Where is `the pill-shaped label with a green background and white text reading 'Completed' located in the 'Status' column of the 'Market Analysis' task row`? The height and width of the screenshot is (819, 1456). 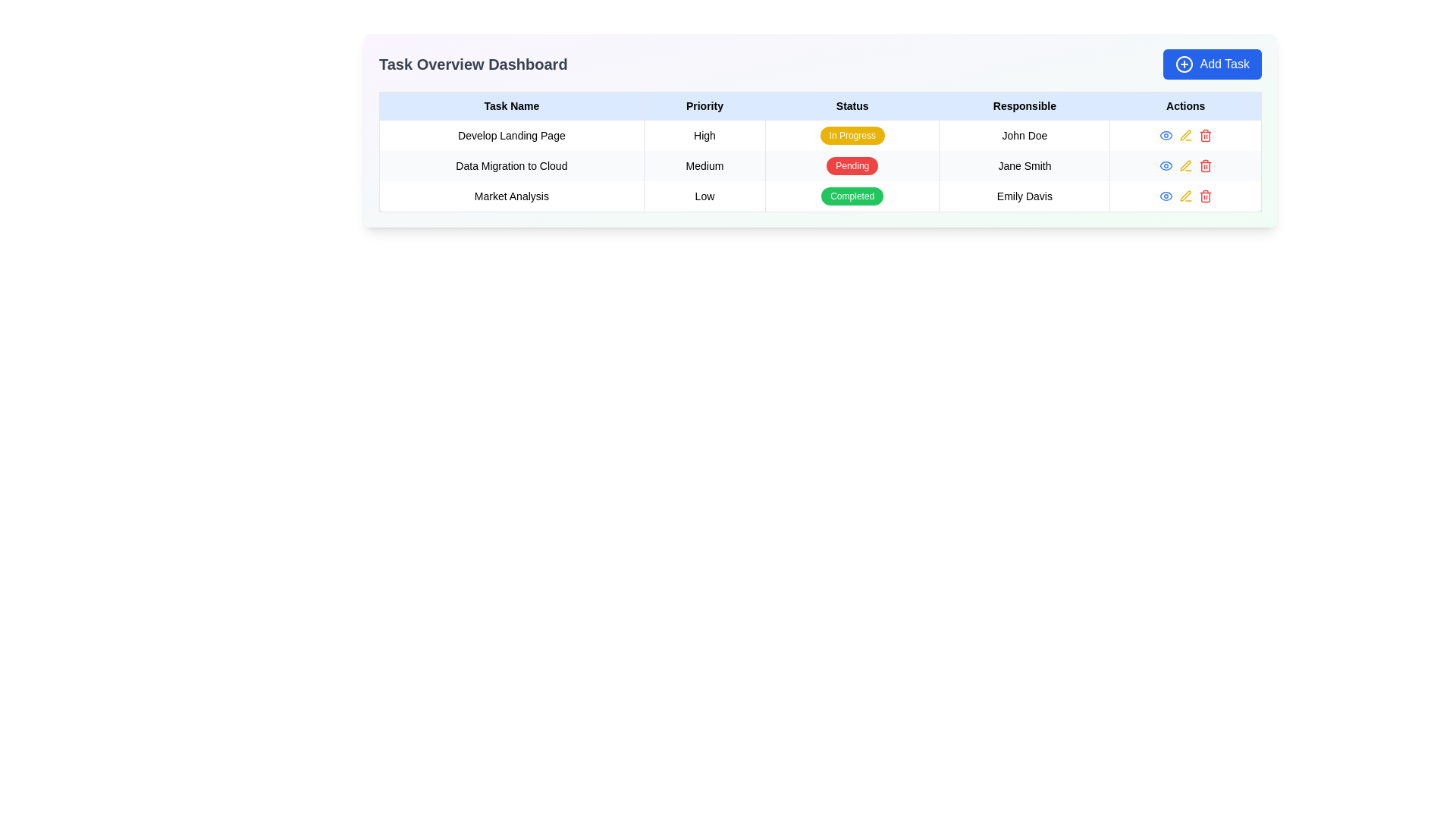
the pill-shaped label with a green background and white text reading 'Completed' located in the 'Status' column of the 'Market Analysis' task row is located at coordinates (852, 196).